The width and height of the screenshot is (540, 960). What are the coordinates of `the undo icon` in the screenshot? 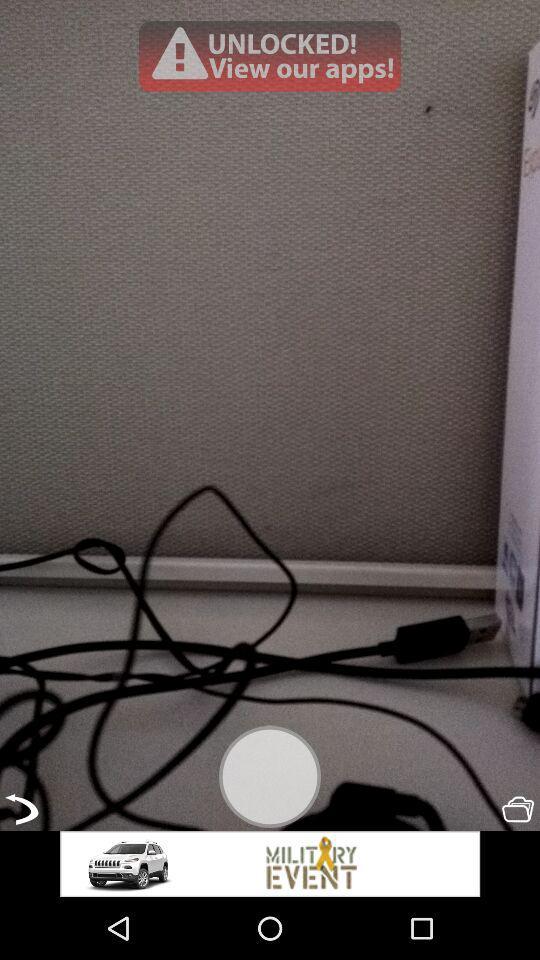 It's located at (20, 865).